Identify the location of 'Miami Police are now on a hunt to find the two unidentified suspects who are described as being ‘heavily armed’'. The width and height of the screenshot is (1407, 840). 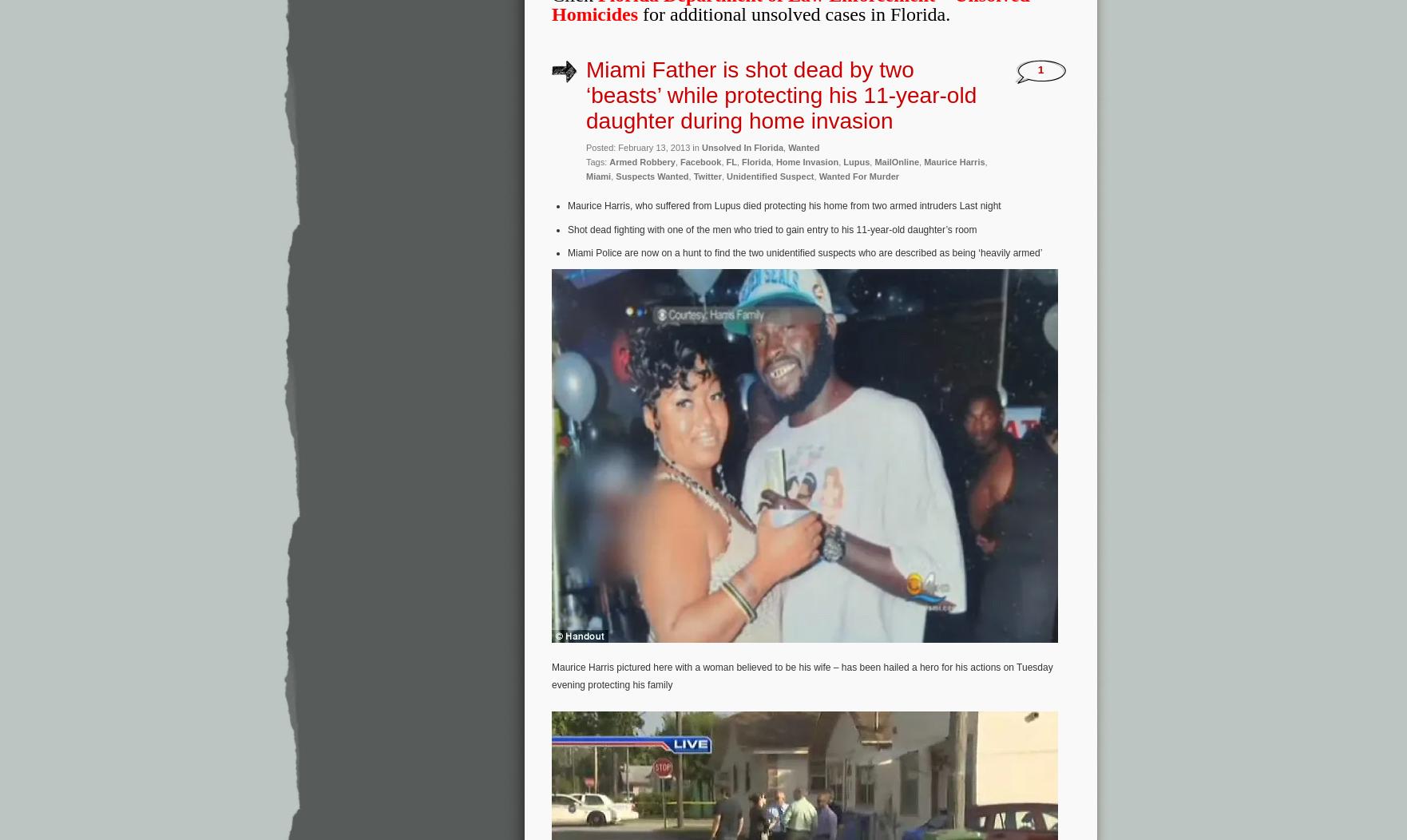
(566, 252).